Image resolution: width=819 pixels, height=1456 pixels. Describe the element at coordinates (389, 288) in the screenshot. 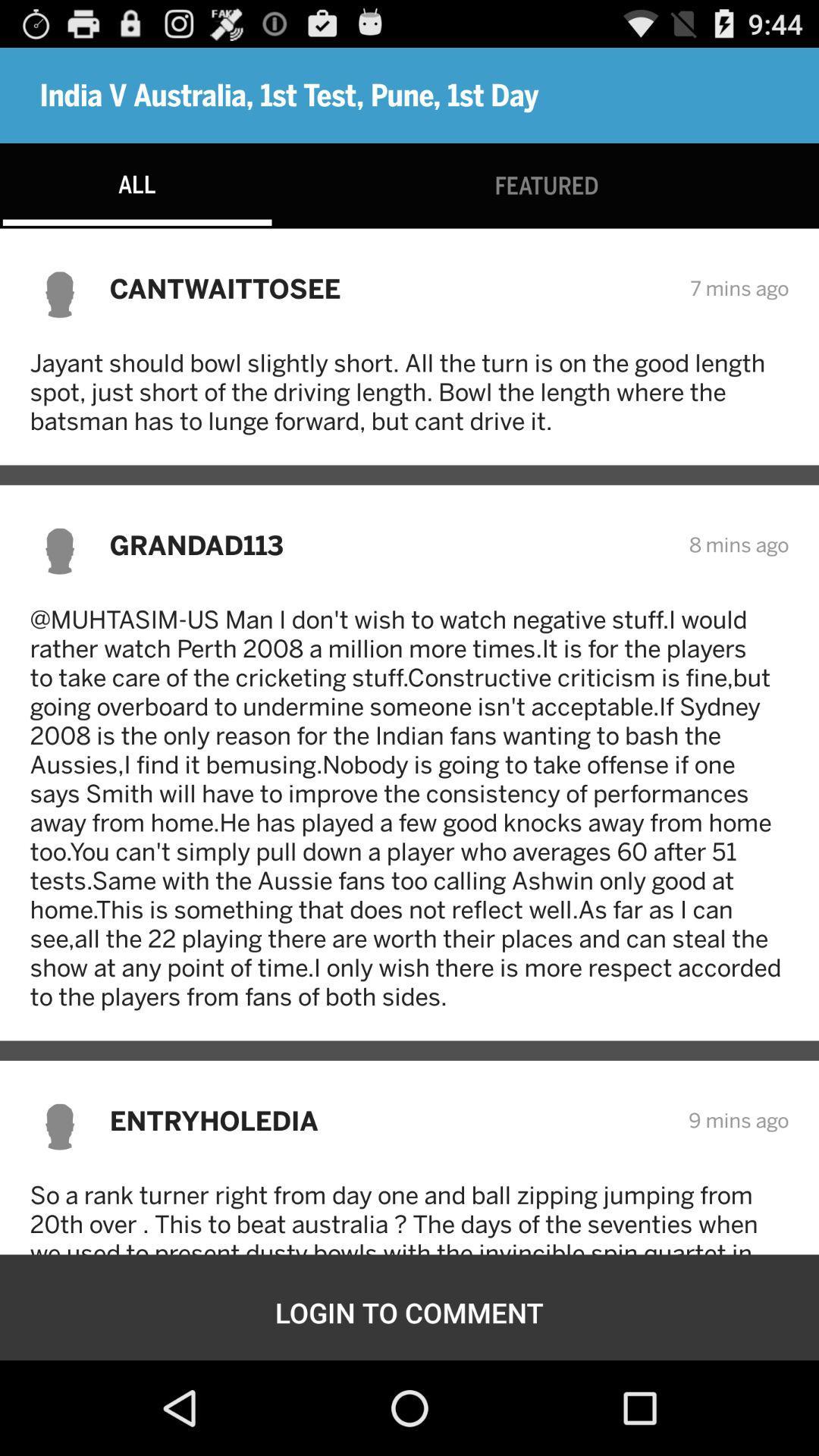

I see `the cantwaittosee item` at that location.